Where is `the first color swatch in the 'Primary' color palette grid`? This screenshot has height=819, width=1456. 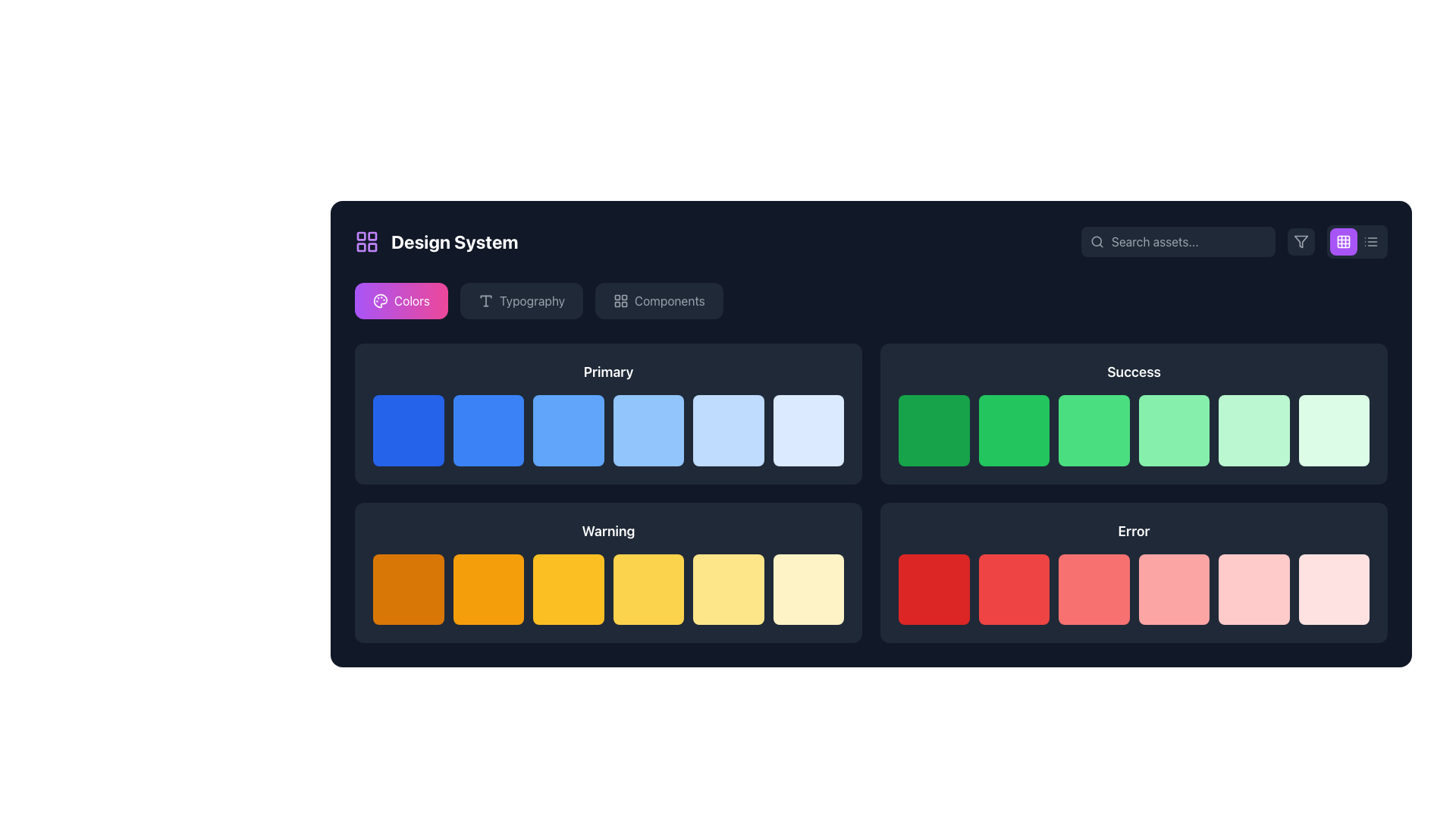 the first color swatch in the 'Primary' color palette grid is located at coordinates (408, 430).